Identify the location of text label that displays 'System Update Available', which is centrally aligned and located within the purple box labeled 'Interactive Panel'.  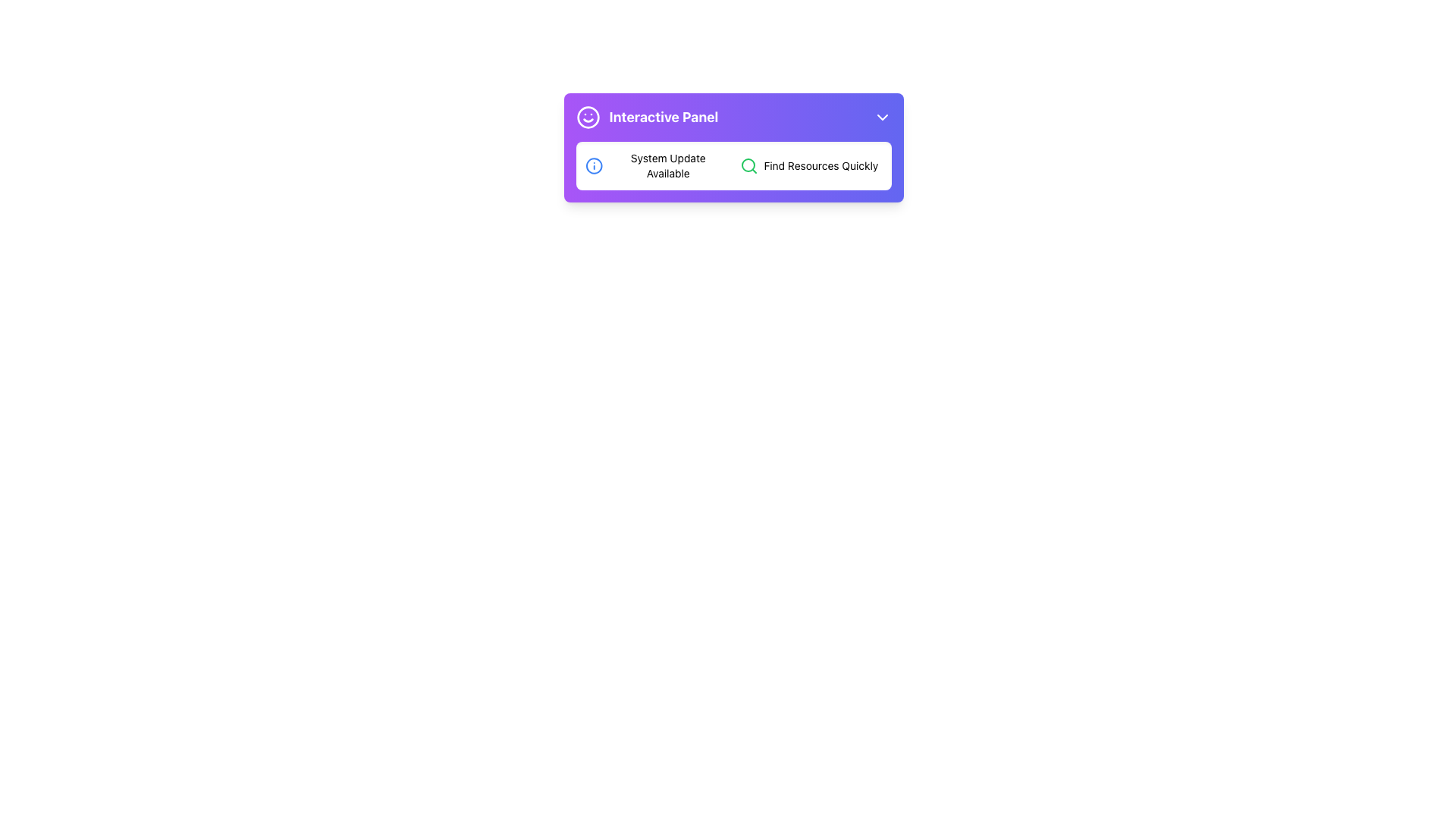
(667, 166).